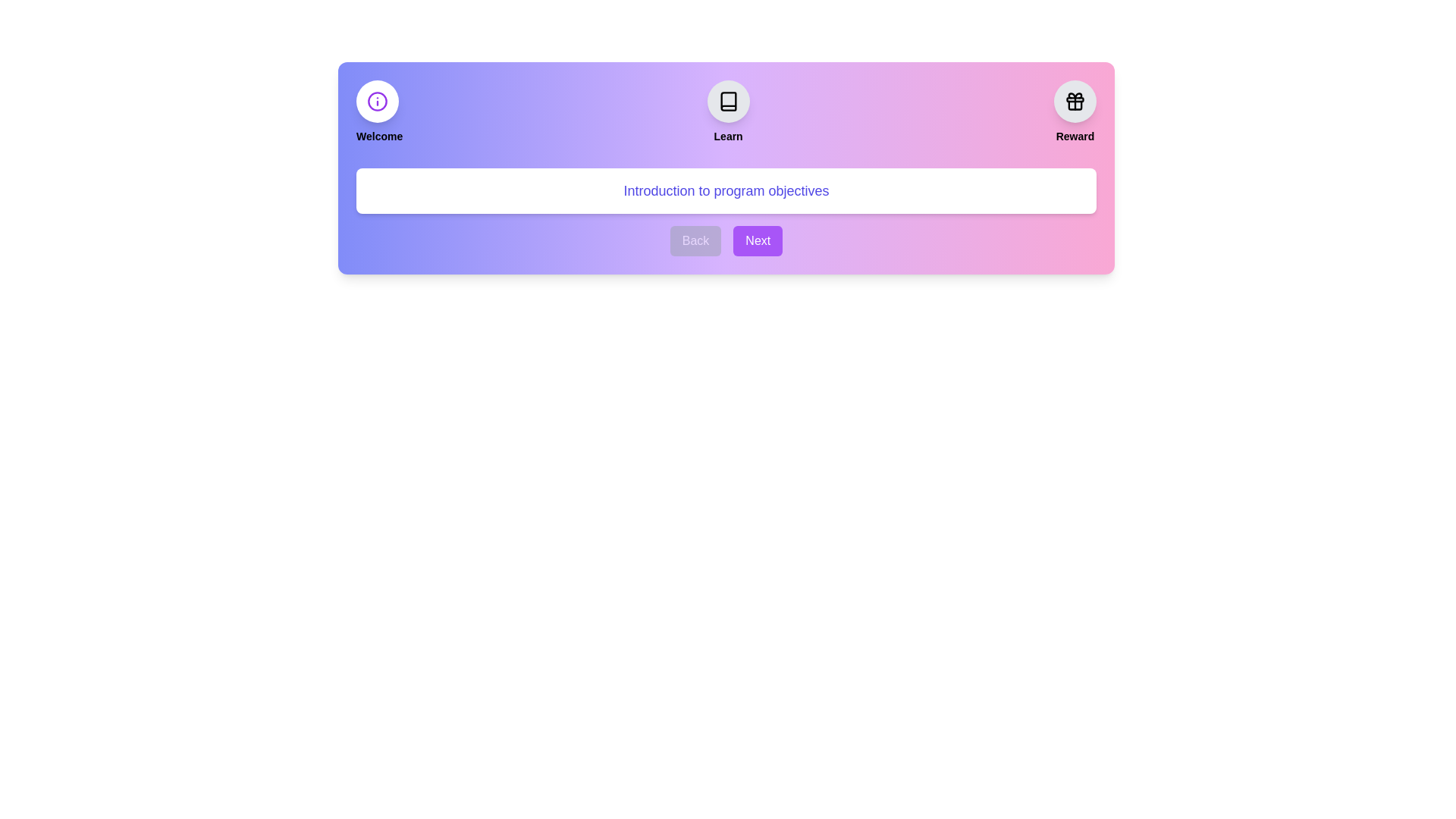  Describe the element at coordinates (726, 190) in the screenshot. I see `the description text area to read the current step's description` at that location.